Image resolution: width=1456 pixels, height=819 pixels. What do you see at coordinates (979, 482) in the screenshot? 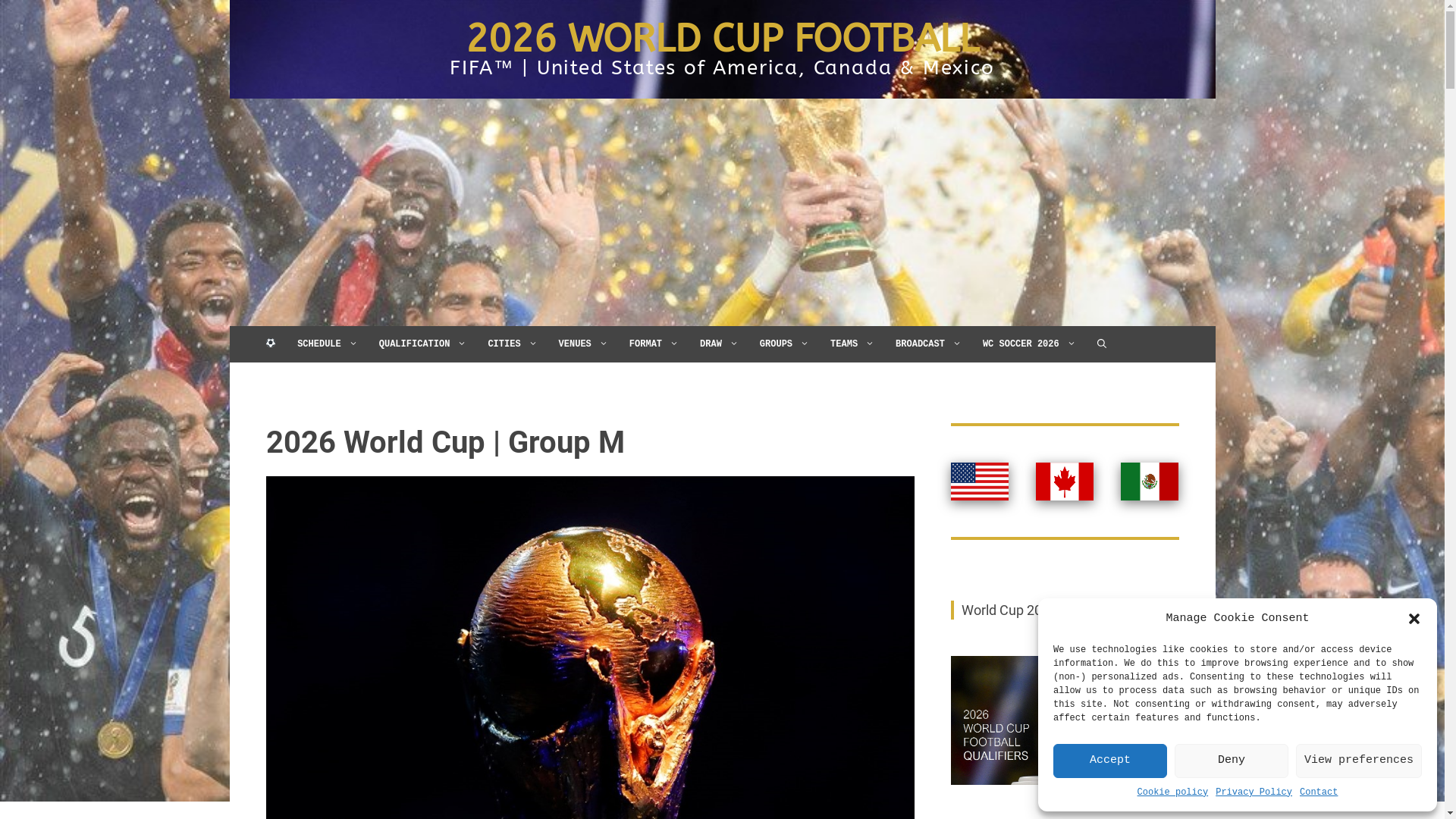
I see `'USA host World Cup Football 2026'` at bounding box center [979, 482].